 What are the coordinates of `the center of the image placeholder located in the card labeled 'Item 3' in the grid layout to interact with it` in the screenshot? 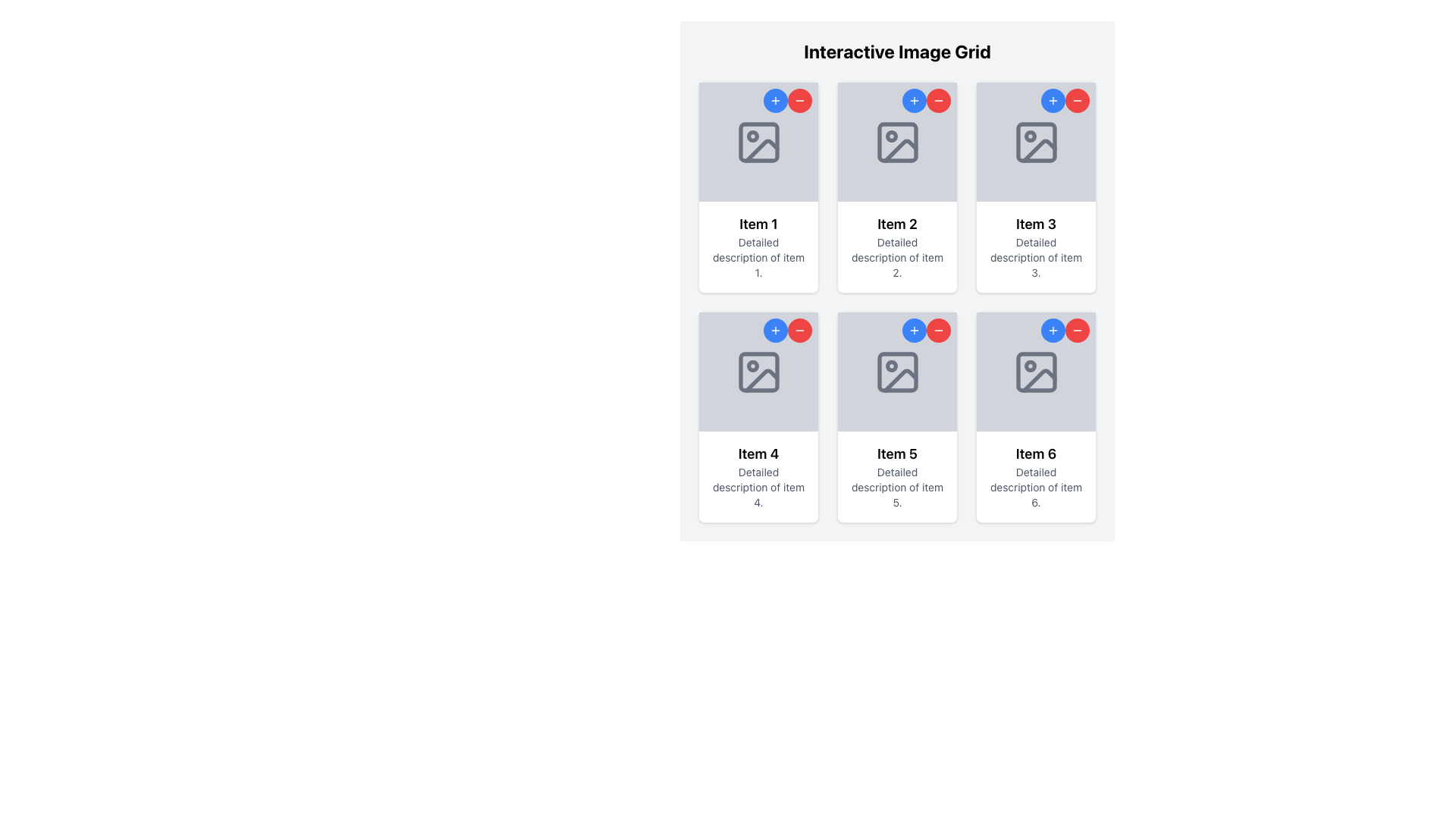 It's located at (1035, 142).